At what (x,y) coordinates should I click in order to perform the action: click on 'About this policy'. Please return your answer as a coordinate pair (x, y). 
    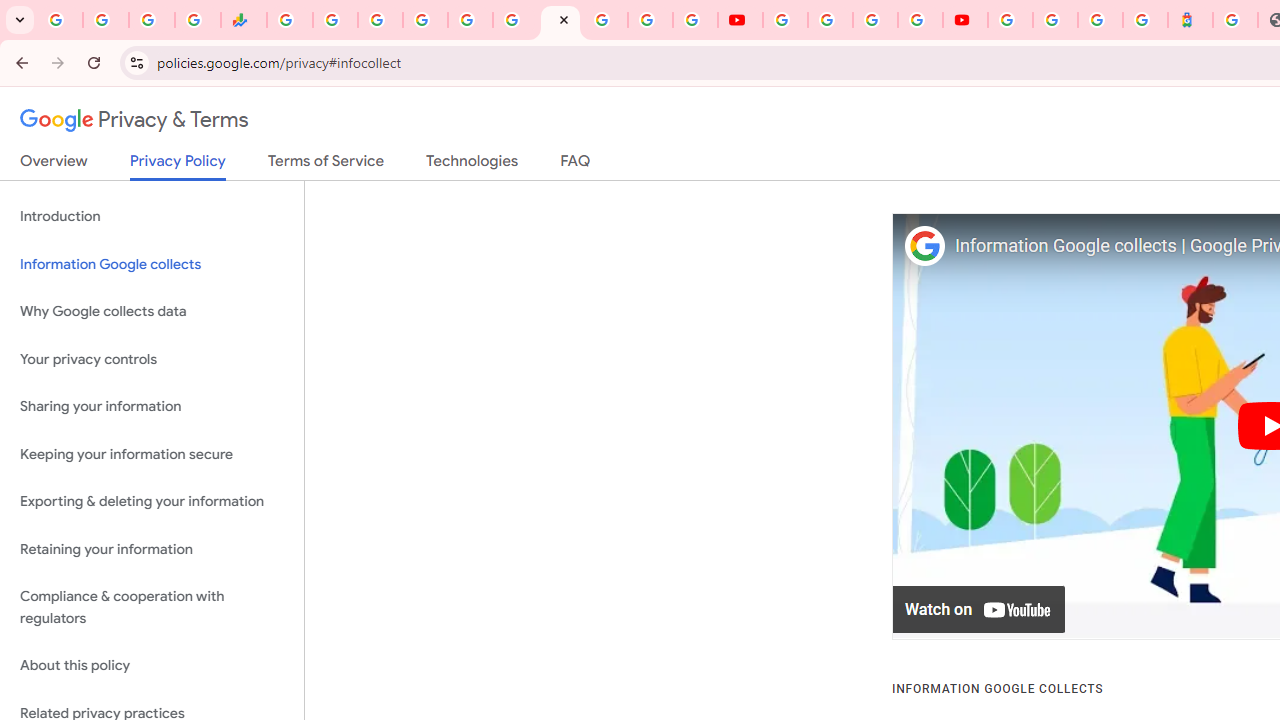
    Looking at the image, I should click on (151, 666).